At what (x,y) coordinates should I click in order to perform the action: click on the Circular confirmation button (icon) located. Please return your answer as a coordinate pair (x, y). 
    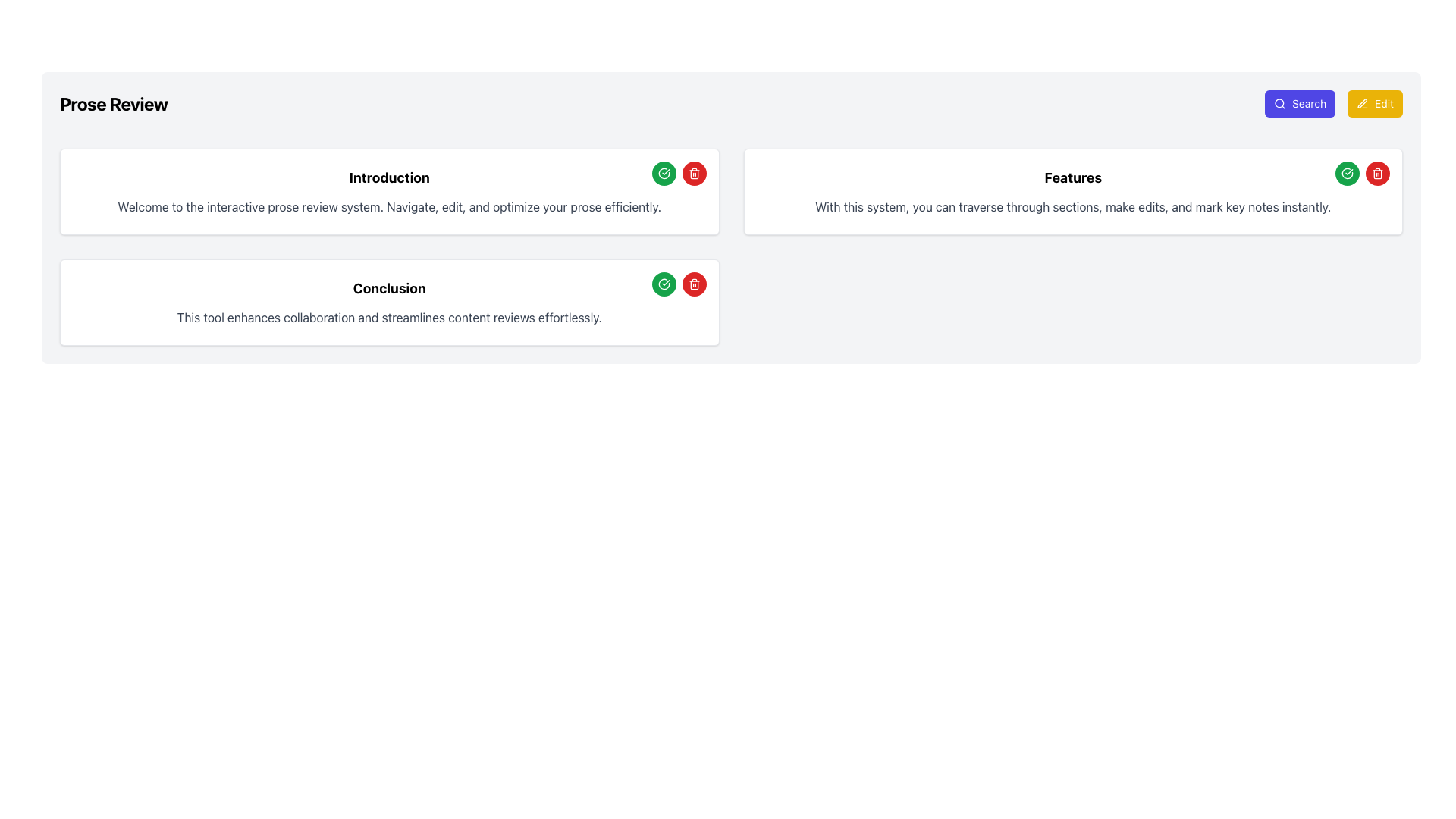
    Looking at the image, I should click on (1347, 172).